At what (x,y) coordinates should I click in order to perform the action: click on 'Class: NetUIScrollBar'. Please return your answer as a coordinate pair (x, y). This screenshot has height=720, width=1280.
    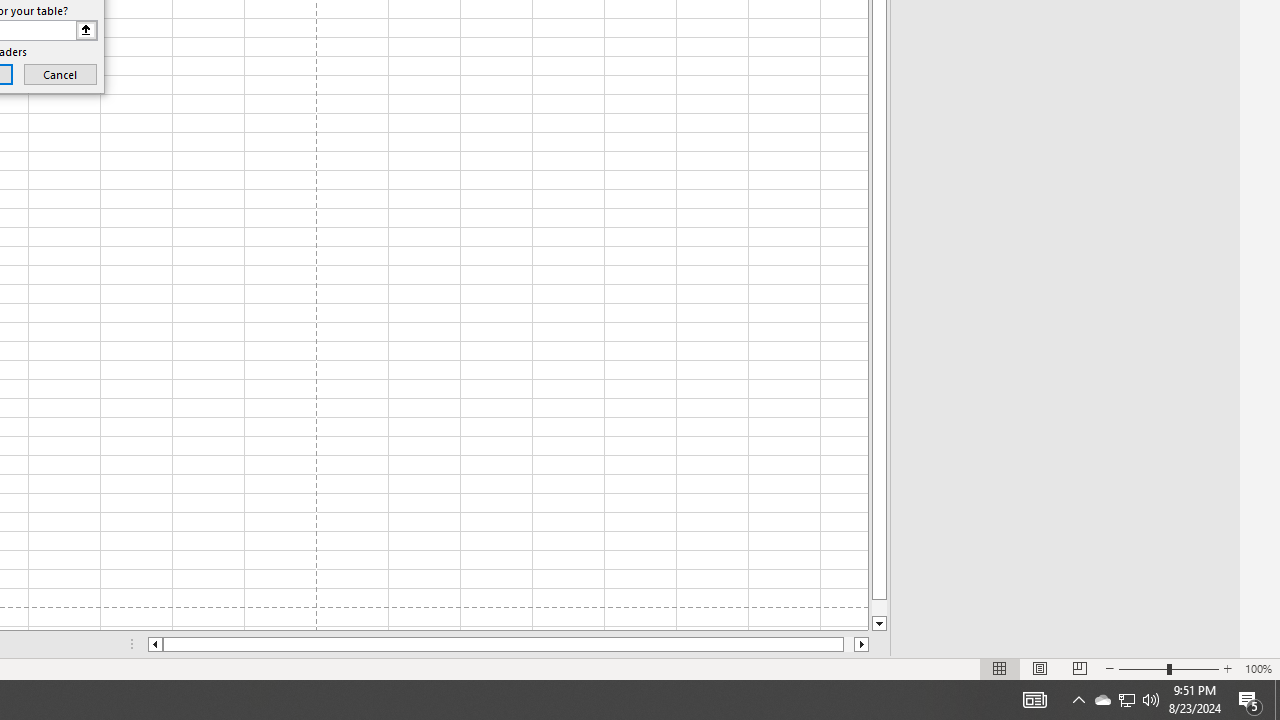
    Looking at the image, I should click on (508, 644).